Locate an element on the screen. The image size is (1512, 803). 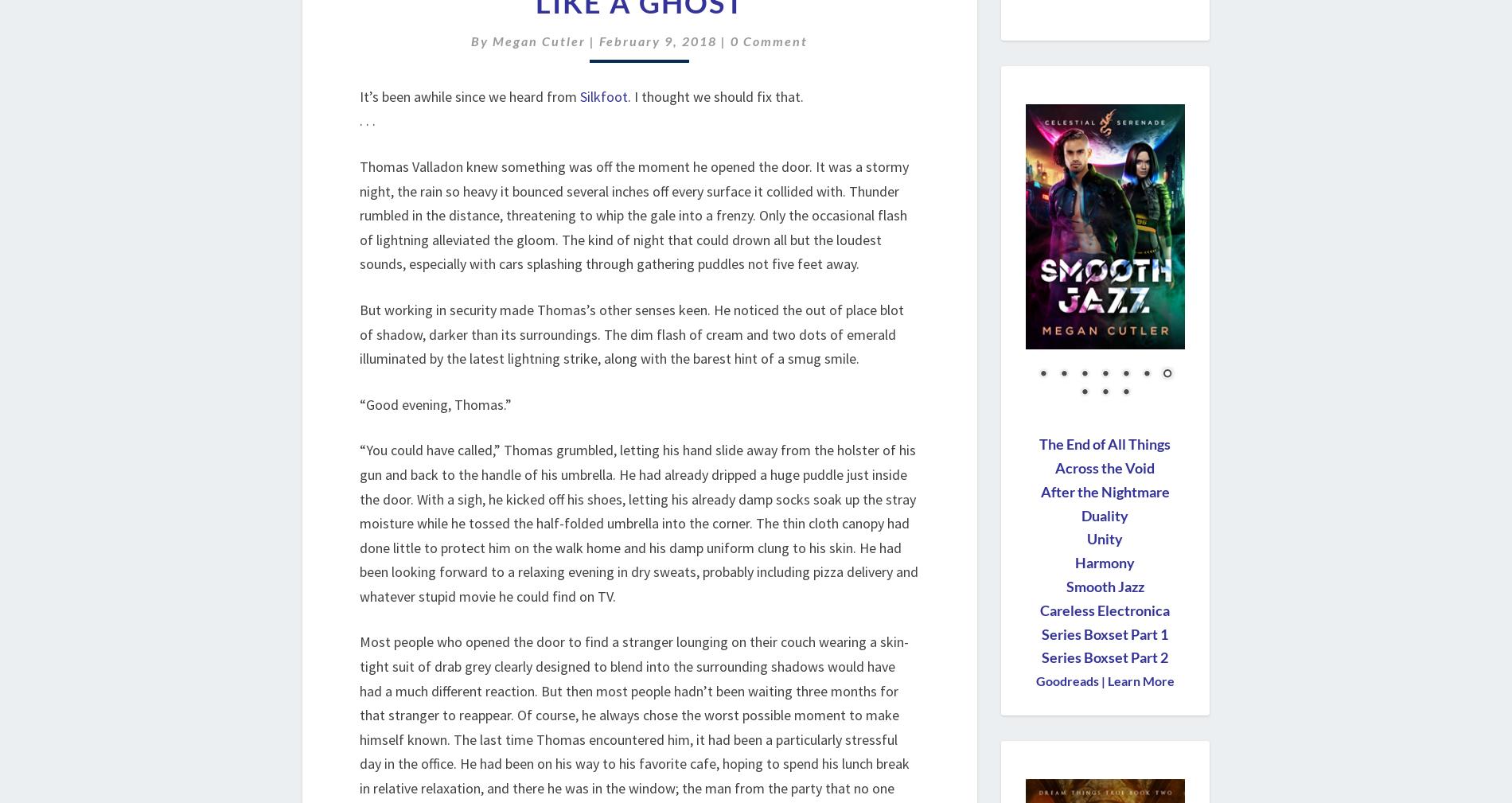
'Smooth Jazz' is located at coordinates (1103, 585).